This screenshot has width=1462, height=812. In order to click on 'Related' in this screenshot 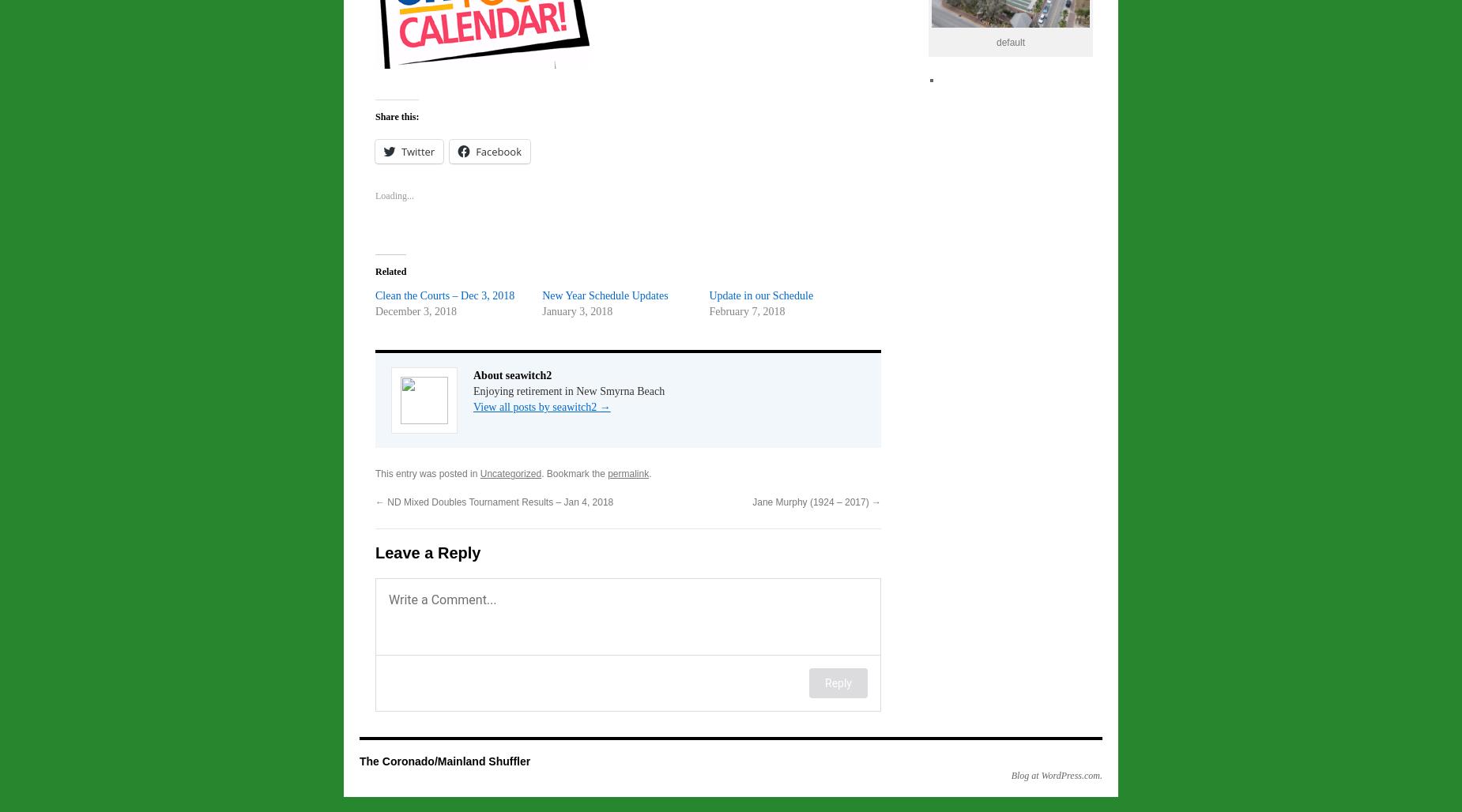, I will do `click(375, 270)`.